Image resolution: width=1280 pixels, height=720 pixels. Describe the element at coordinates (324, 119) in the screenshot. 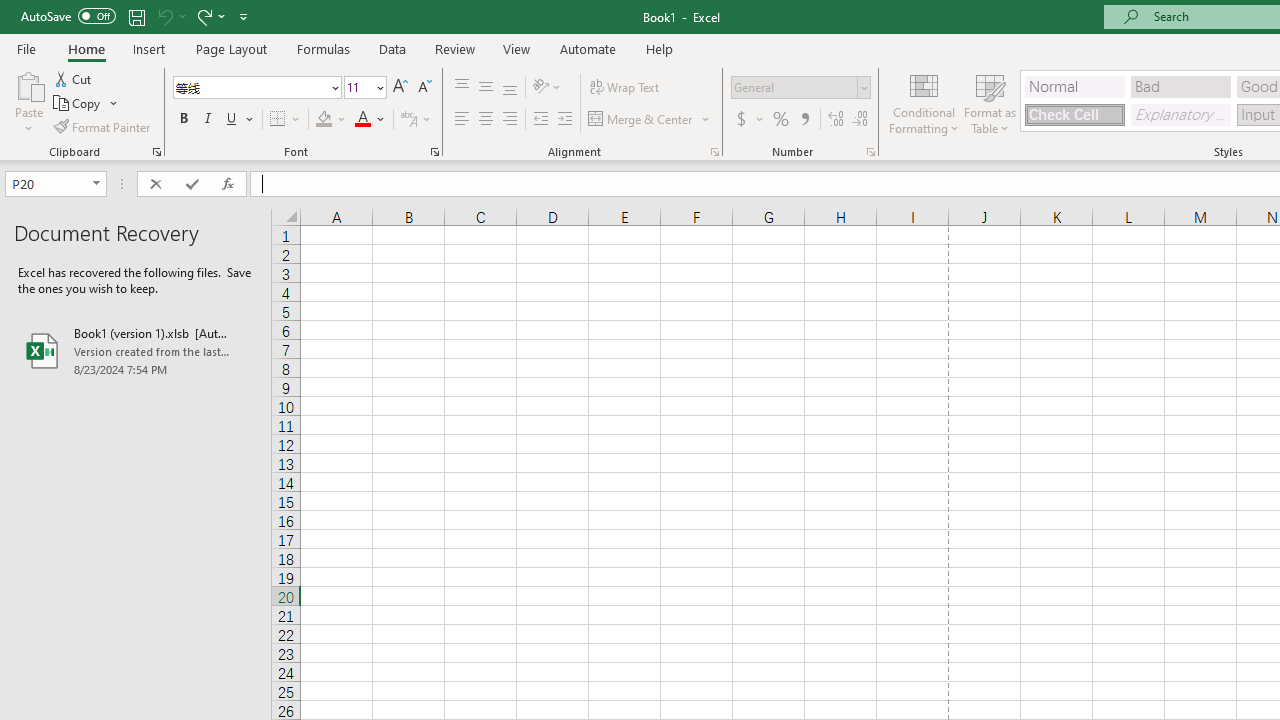

I see `'Fill Color RGB(255, 255, 0)'` at that location.